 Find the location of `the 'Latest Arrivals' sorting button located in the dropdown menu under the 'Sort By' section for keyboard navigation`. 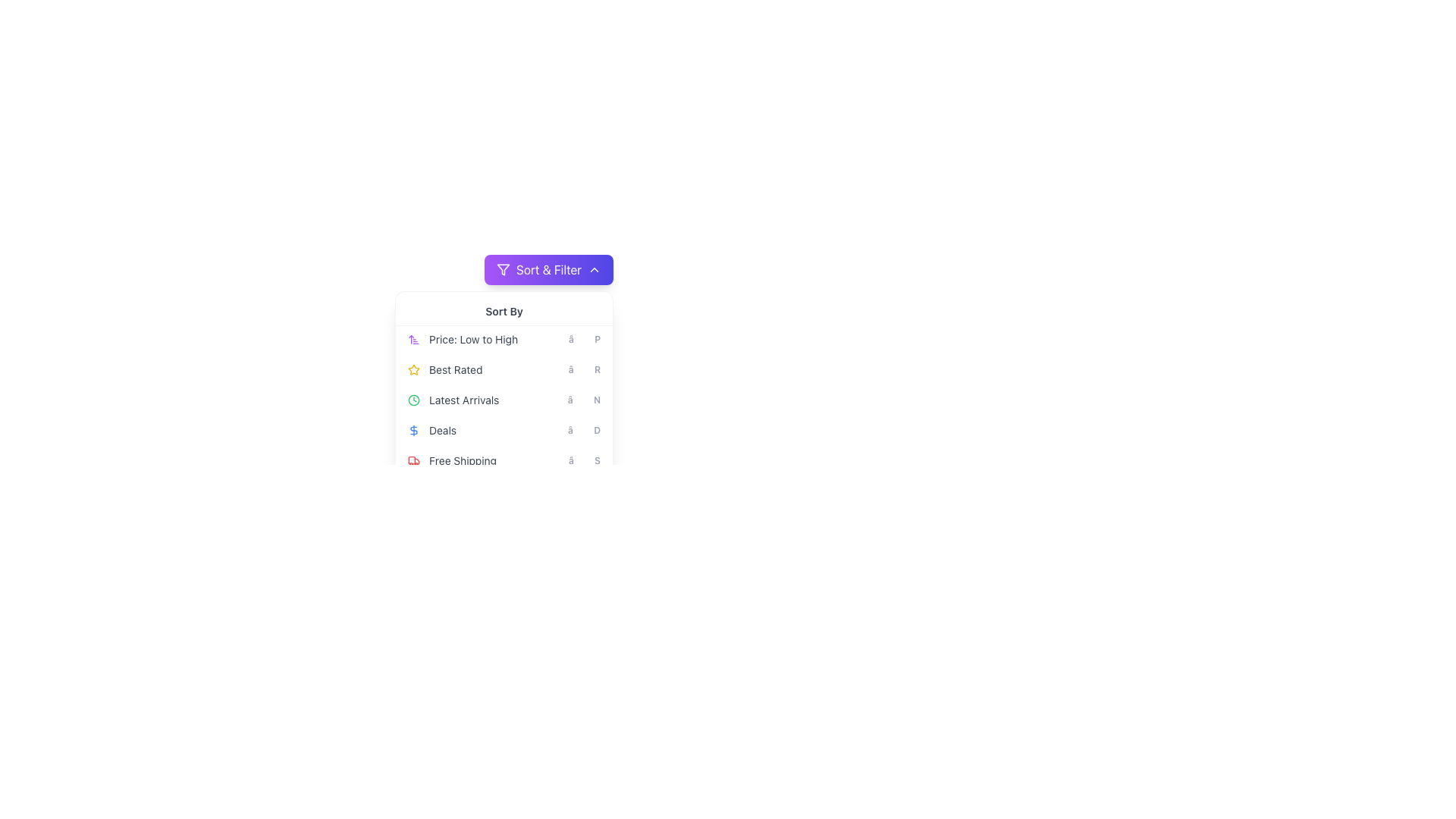

the 'Latest Arrivals' sorting button located in the dropdown menu under the 'Sort By' section for keyboard navigation is located at coordinates (504, 400).